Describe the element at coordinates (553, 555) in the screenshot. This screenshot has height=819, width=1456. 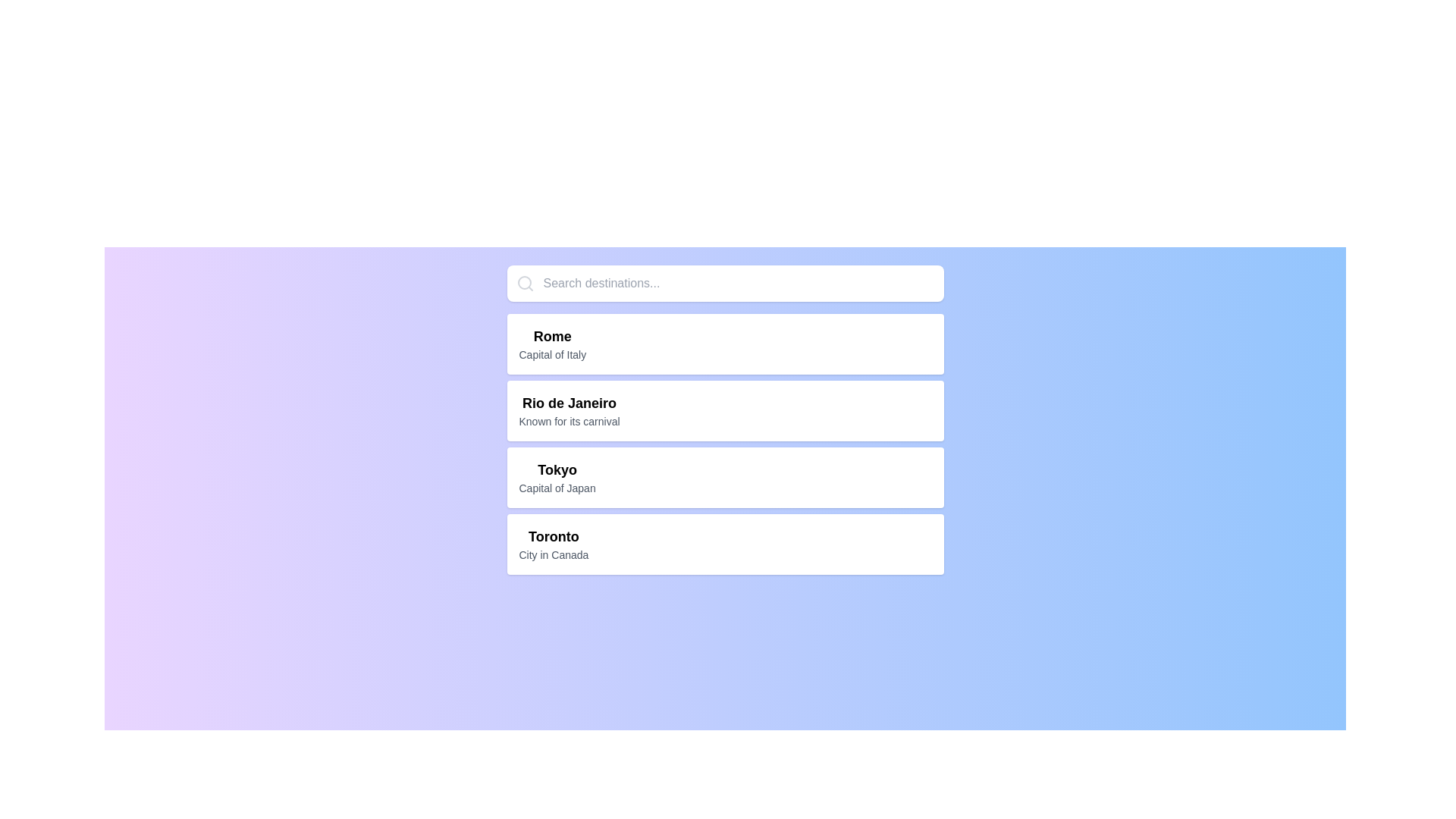
I see `the text label reading 'City in Canada', which is styled with a light-gray font and located directly below the bold text 'Toronto' in the fourth card of city details` at that location.